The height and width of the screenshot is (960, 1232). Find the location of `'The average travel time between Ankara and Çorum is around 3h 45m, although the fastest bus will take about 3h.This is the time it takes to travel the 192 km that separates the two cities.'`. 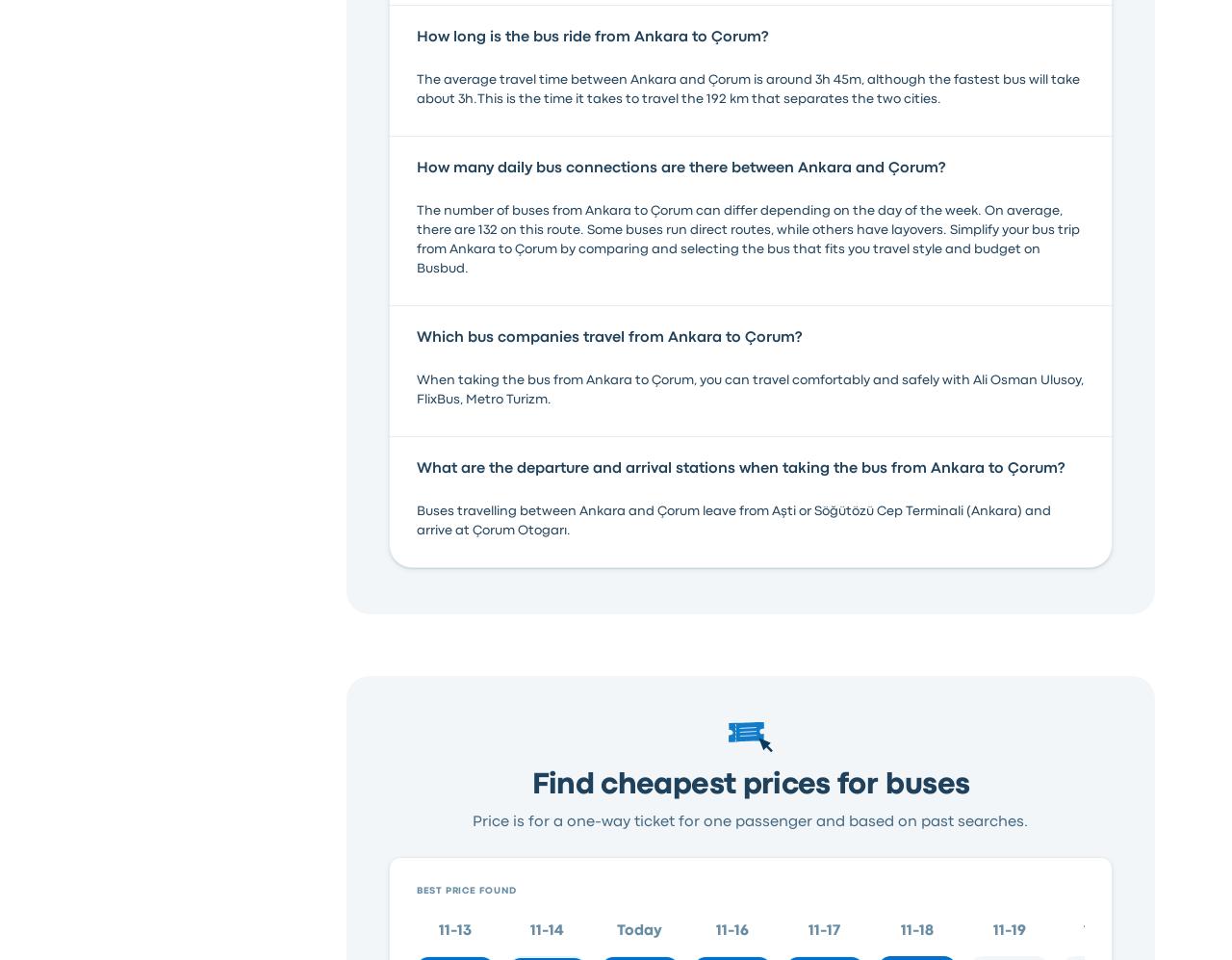

'The average travel time between Ankara and Çorum is around 3h 45m, although the fastest bus will take about 3h.This is the time it takes to travel the 192 km that separates the two cities.' is located at coordinates (746, 89).